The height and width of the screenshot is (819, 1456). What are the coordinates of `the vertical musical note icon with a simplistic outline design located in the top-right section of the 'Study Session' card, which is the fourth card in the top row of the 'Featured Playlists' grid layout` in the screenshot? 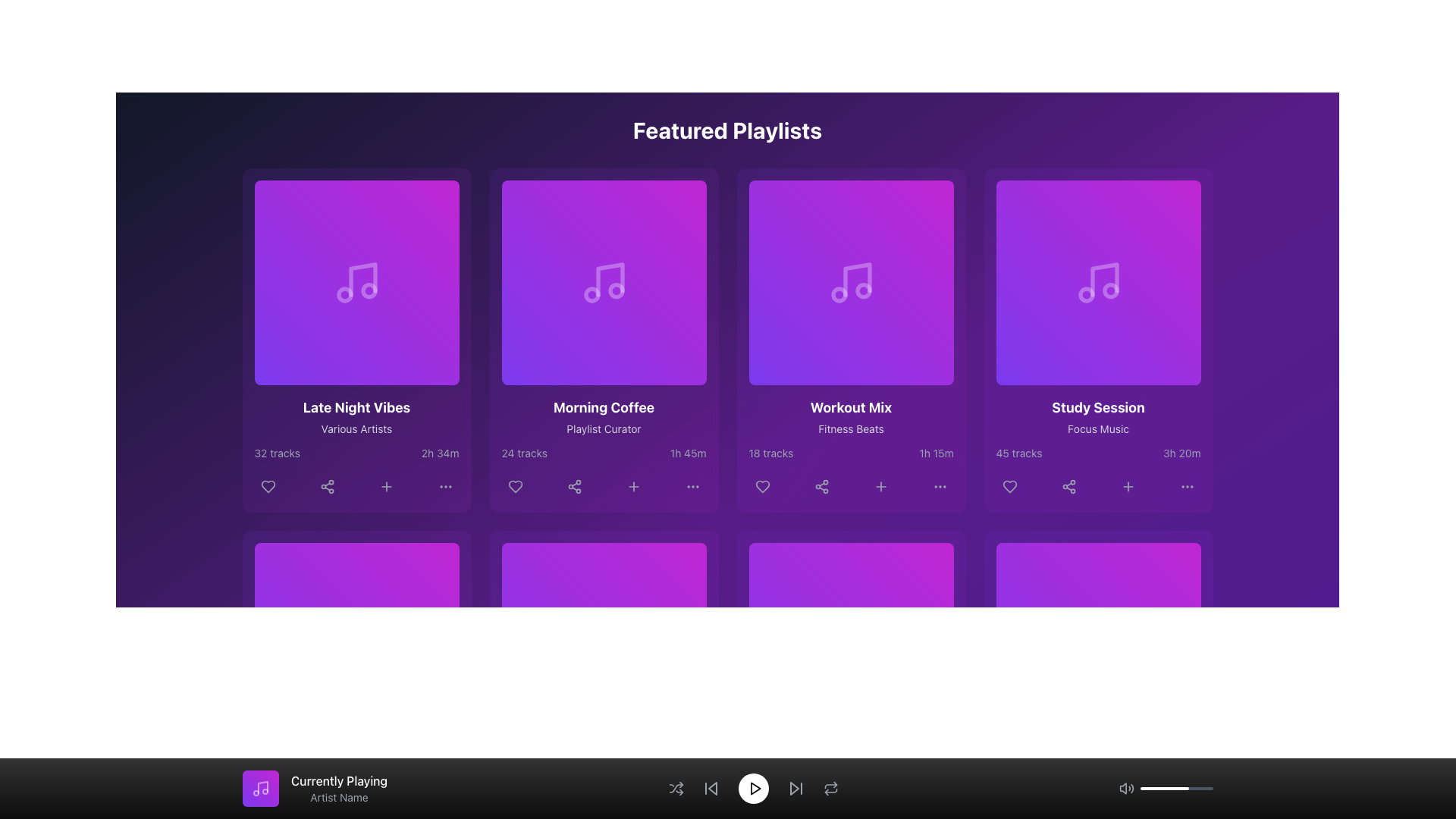 It's located at (1104, 280).